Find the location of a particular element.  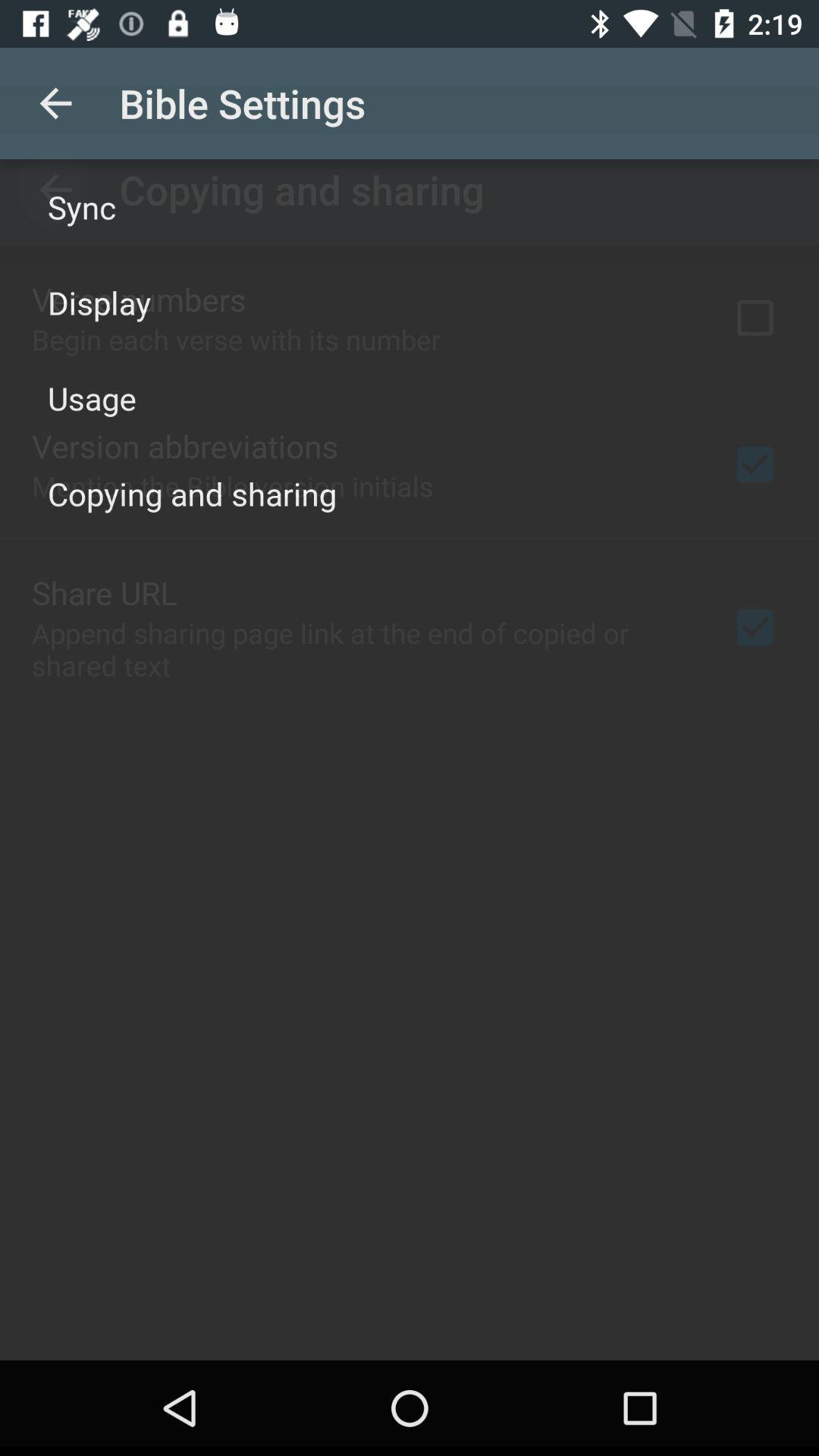

the item above the usage item is located at coordinates (99, 302).